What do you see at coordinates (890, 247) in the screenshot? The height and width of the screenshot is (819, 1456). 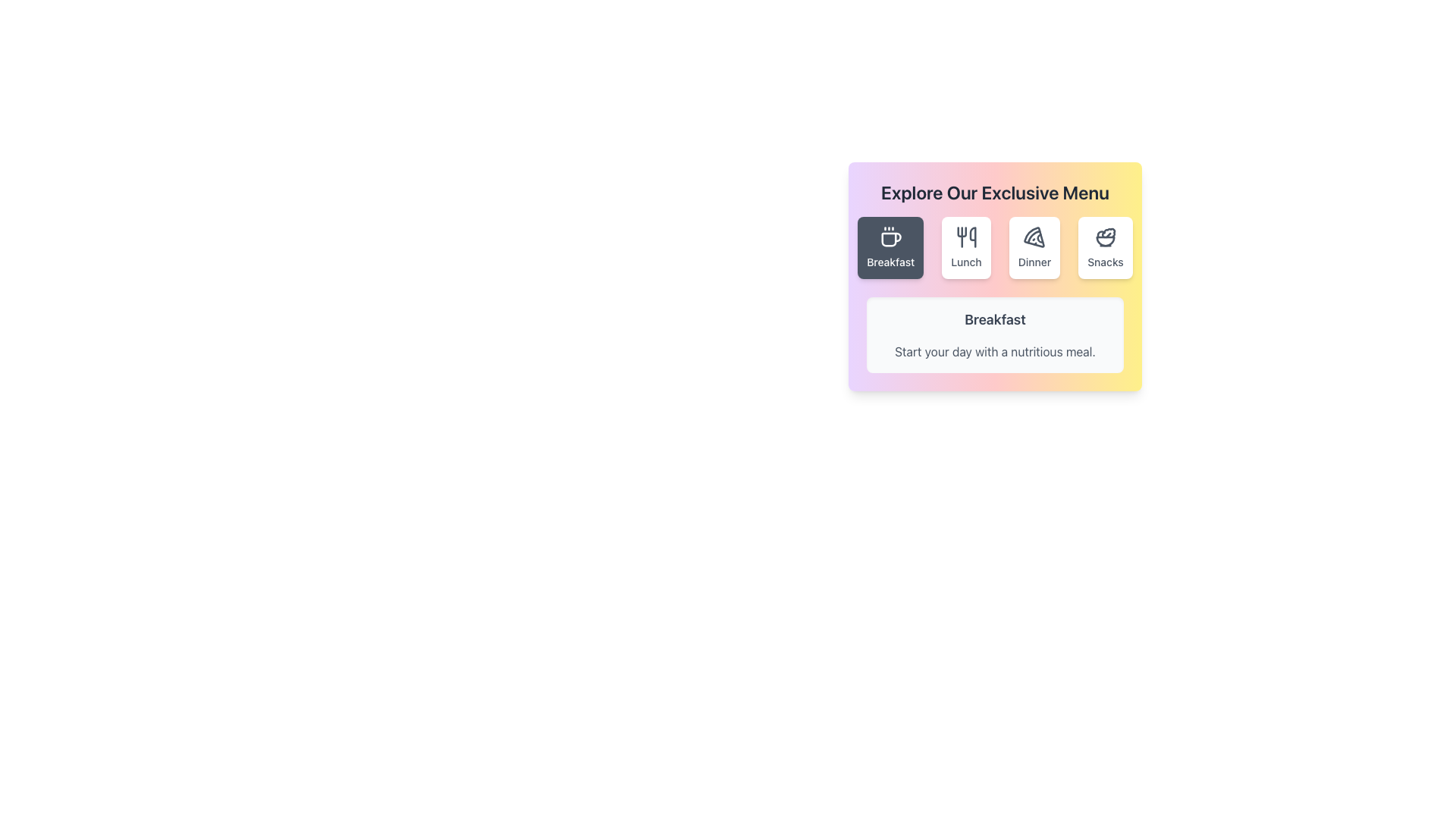 I see `the first button in a group of four horizontally aligned buttons, which has a dark background and white text reading 'Breakfast', featuring a small white coffee cup icon above the text` at bounding box center [890, 247].